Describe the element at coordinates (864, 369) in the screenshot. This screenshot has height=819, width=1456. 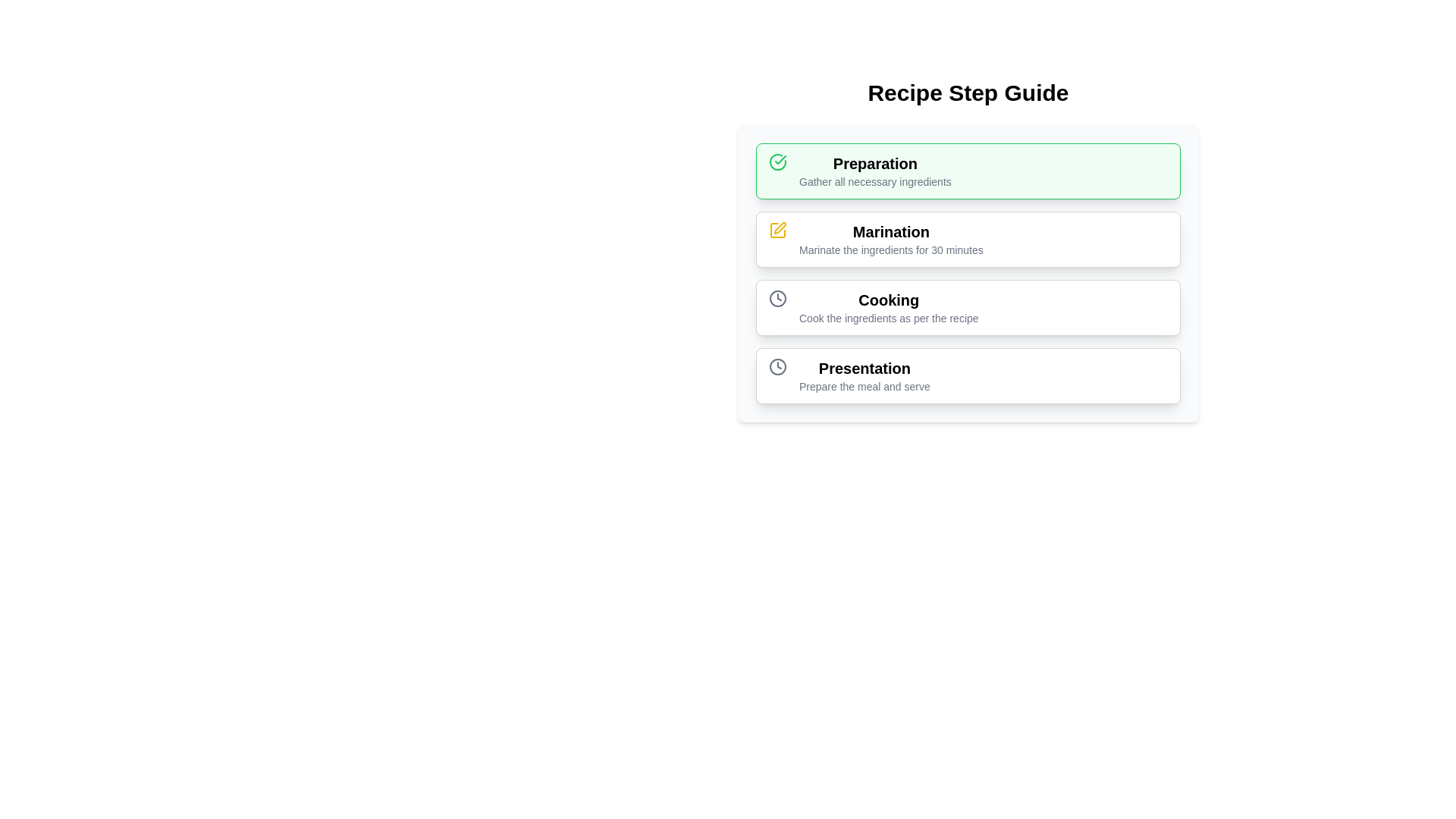
I see `the static text element titled 'Presentation', which is the heading for the final step in the 'Recipe Step Guide', located below the 'Cooking' step` at that location.